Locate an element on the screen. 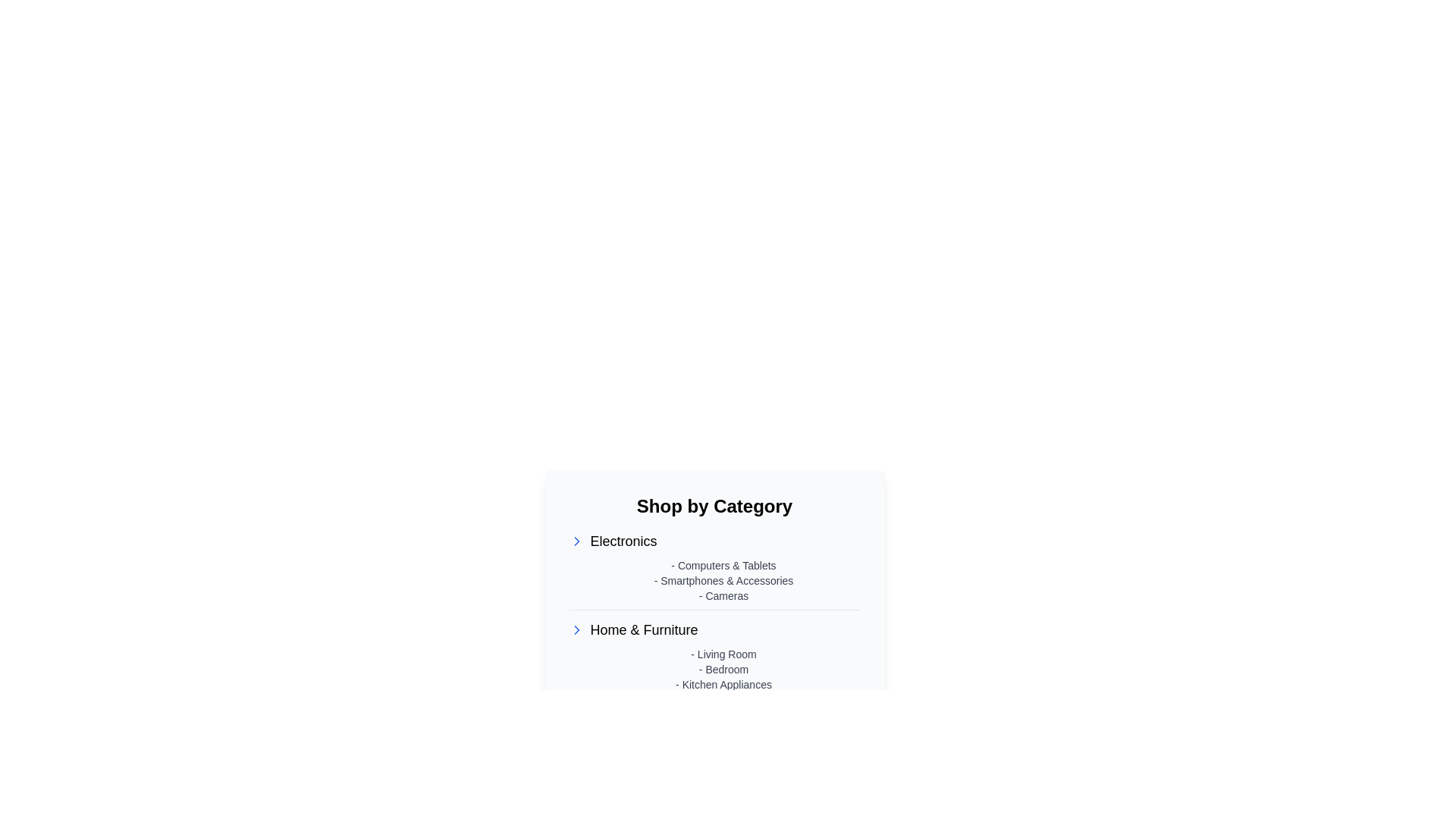 This screenshot has width=1456, height=819. the static text label that is the second item in the 'Electronics' category, positioned between '- Computers & Tablets' and '- Cameras' is located at coordinates (723, 580).